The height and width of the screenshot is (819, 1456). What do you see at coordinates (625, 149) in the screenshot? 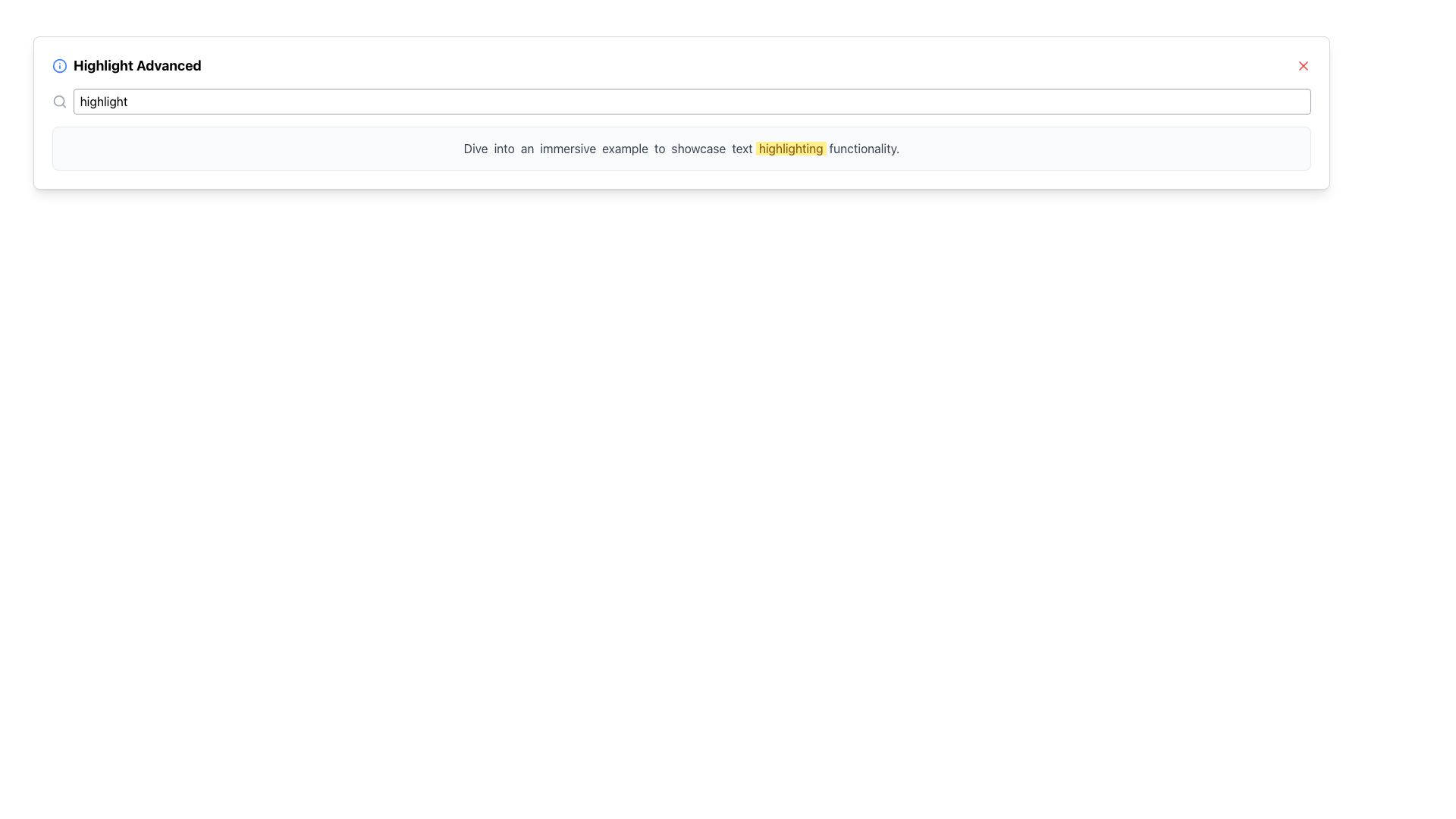
I see `the static text element that is the fifth word in the sentence starting with 'Dive into an immersive', which contributes to informational content about text highlighting functionality` at bounding box center [625, 149].